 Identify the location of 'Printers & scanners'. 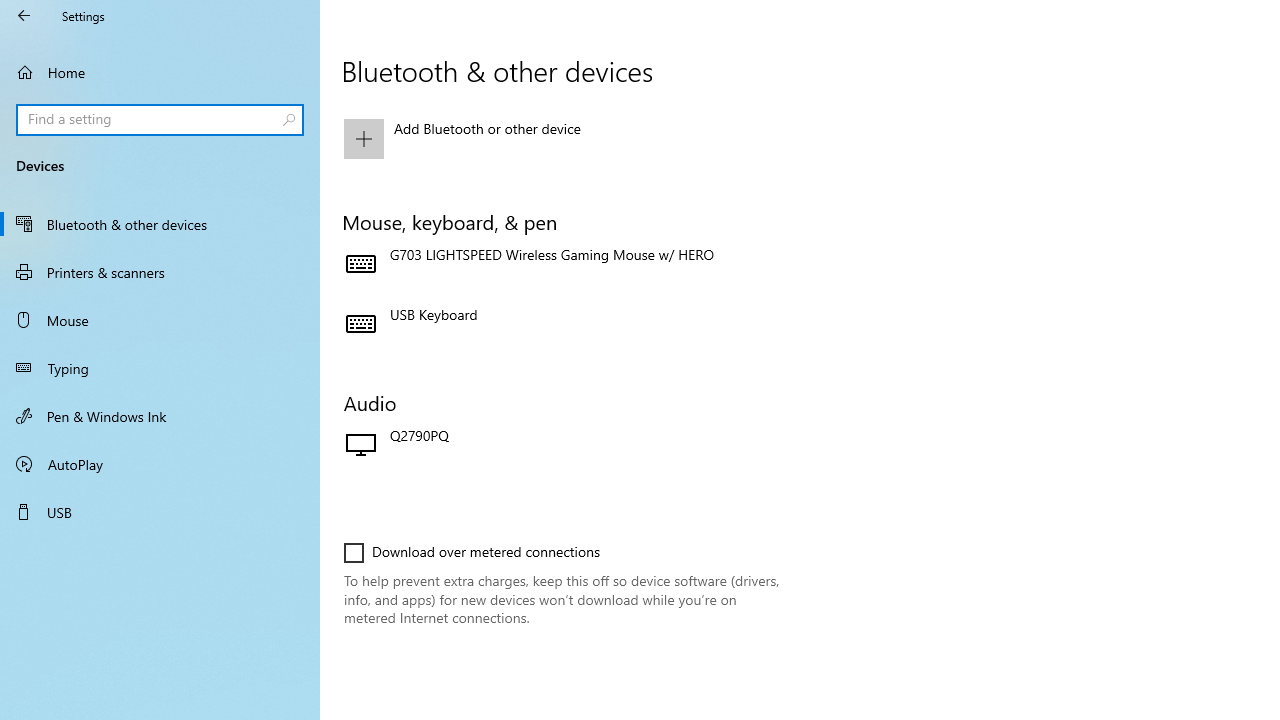
(160, 271).